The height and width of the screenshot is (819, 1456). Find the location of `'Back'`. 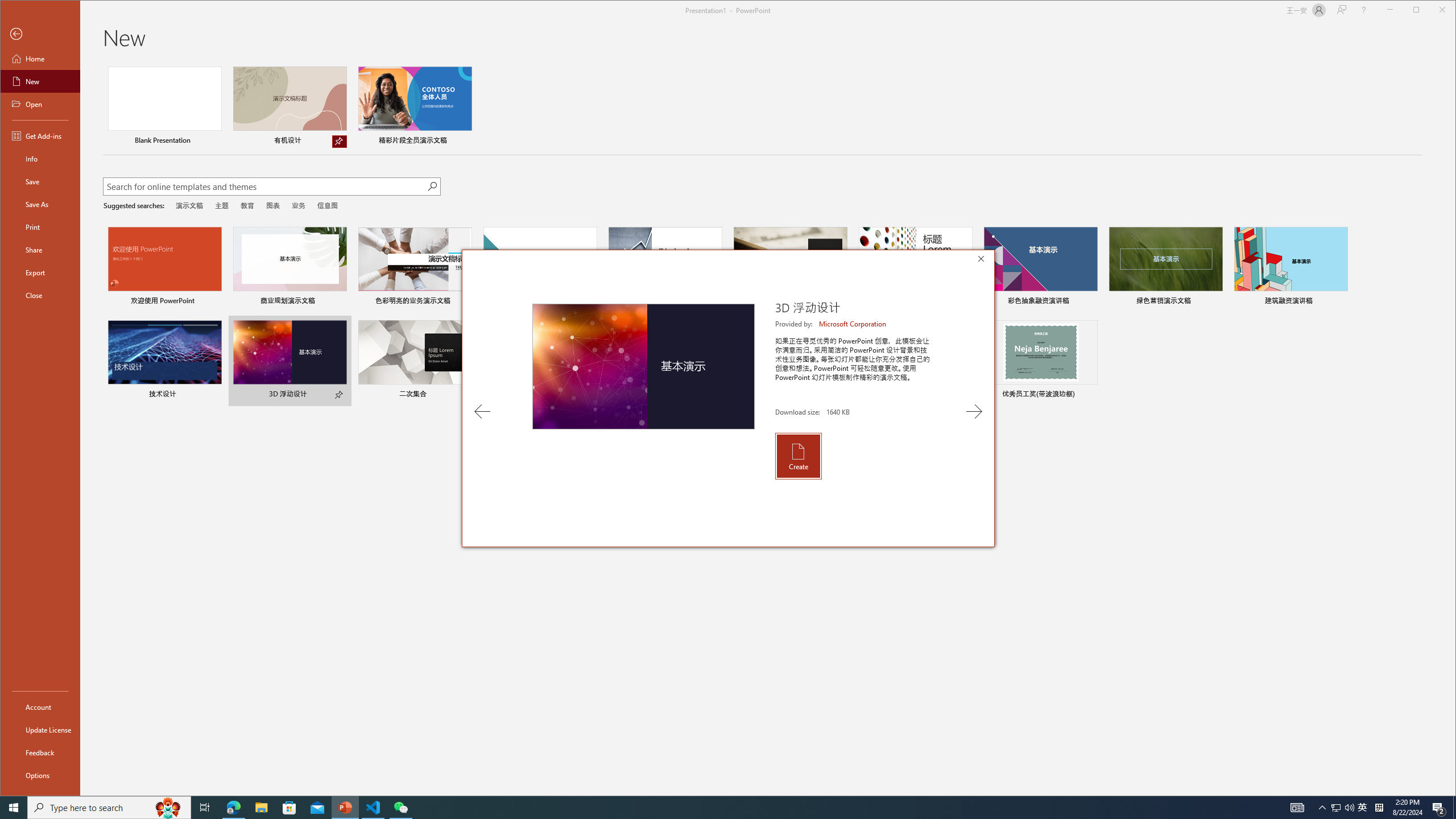

'Back' is located at coordinates (39, 34).